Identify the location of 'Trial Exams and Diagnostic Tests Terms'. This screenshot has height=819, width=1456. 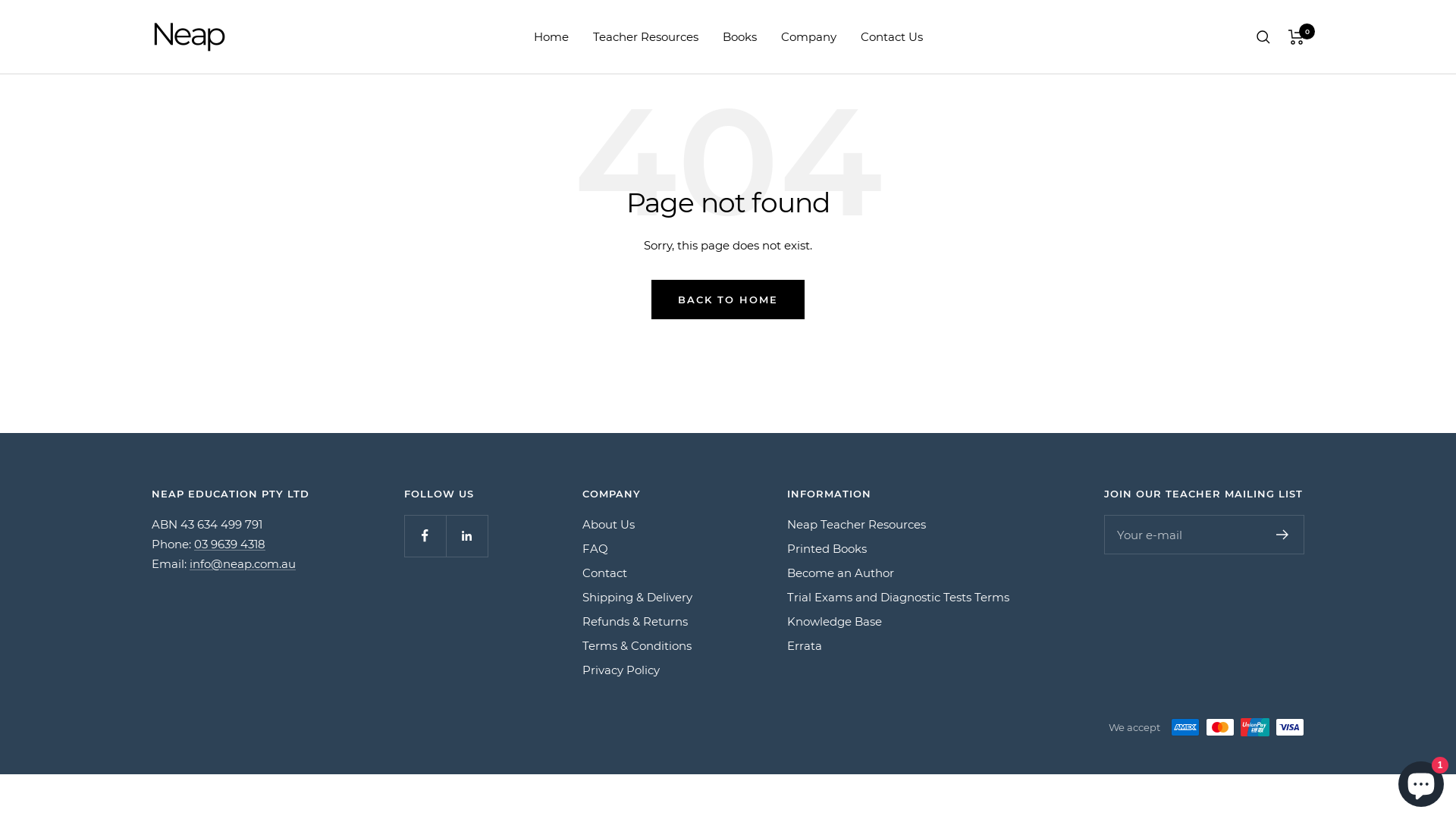
(898, 596).